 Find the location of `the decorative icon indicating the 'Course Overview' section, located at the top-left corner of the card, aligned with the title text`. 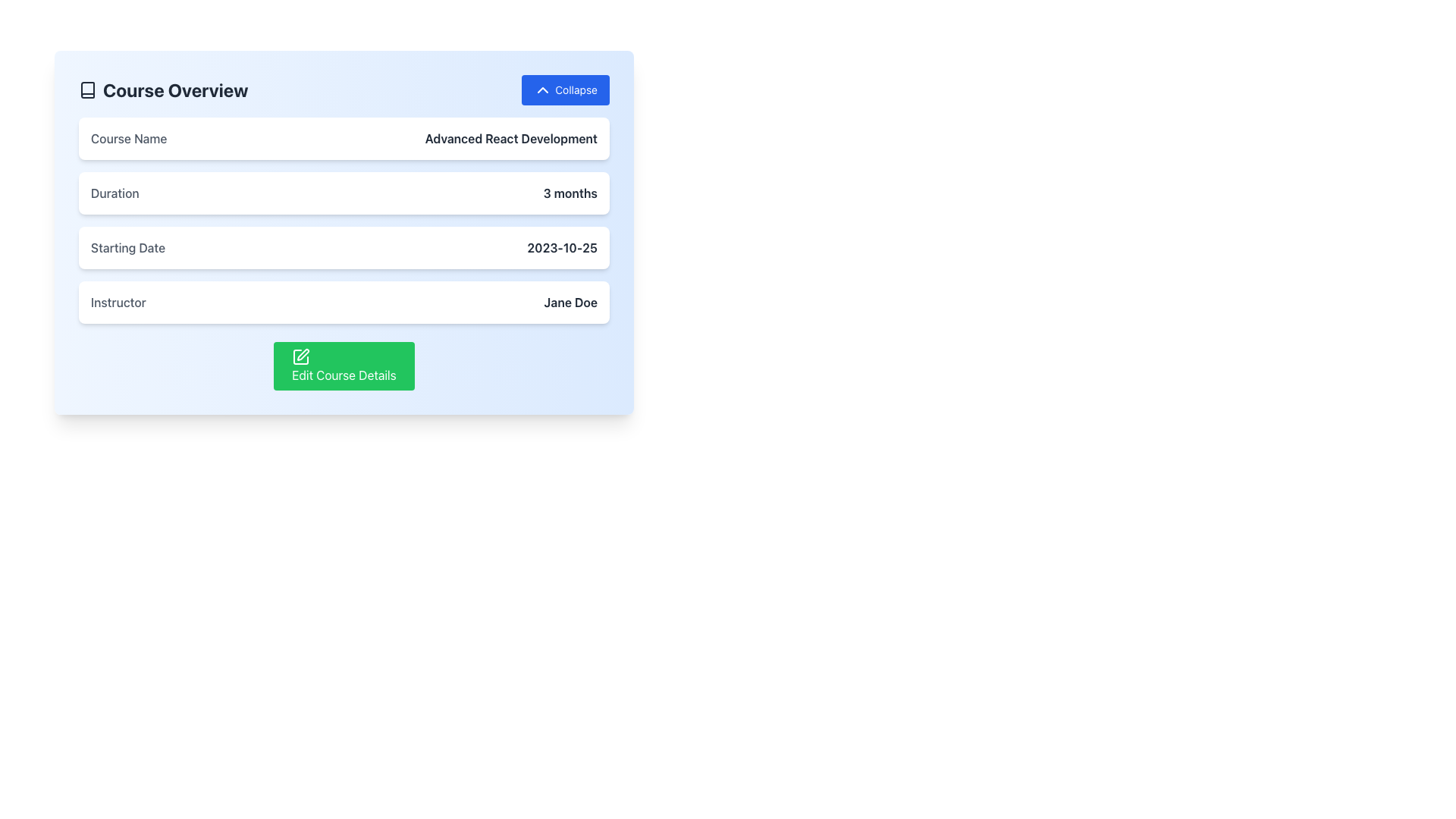

the decorative icon indicating the 'Course Overview' section, located at the top-left corner of the card, aligned with the title text is located at coordinates (86, 90).